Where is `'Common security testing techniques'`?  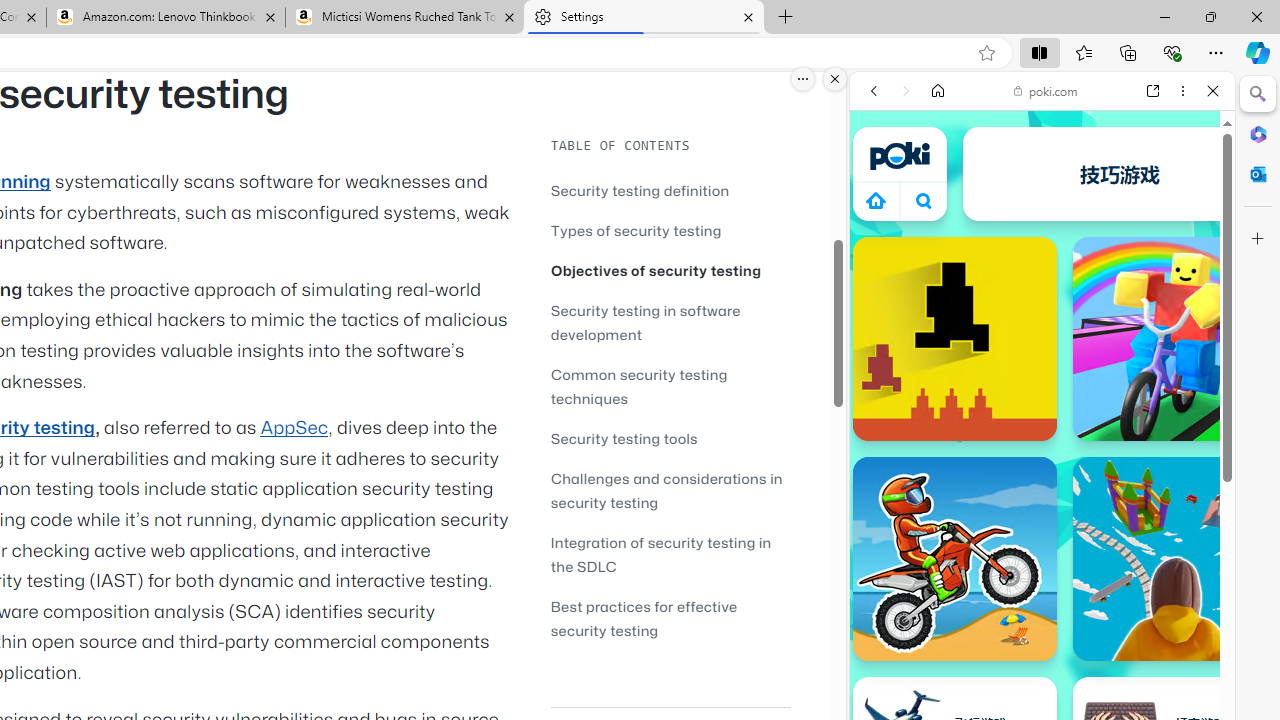
'Common security testing techniques' is located at coordinates (638, 386).